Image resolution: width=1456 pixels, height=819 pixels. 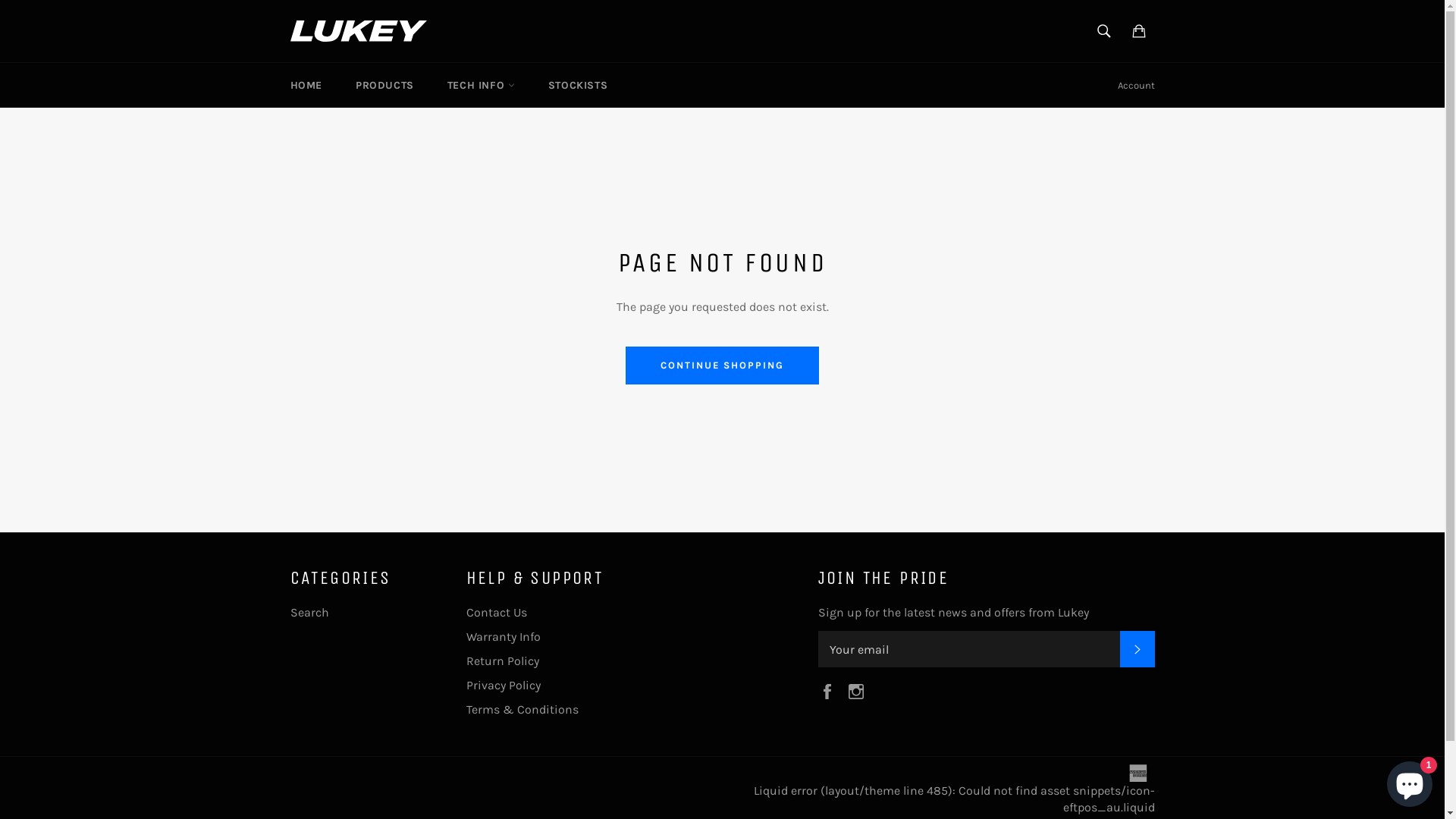 What do you see at coordinates (465, 636) in the screenshot?
I see `'Warranty Info'` at bounding box center [465, 636].